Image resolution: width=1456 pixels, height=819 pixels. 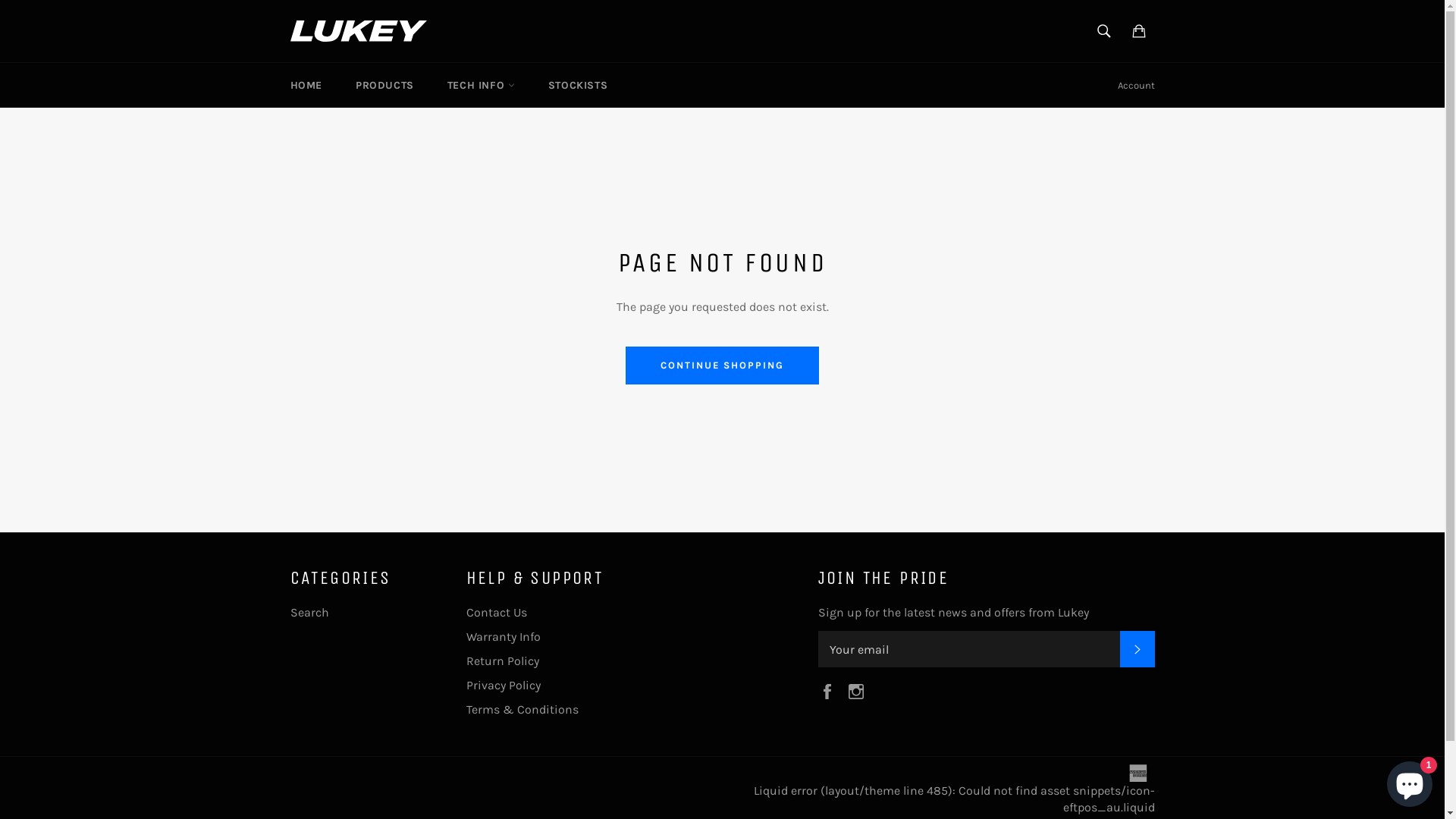 What do you see at coordinates (465, 636) in the screenshot?
I see `'Warranty Info'` at bounding box center [465, 636].